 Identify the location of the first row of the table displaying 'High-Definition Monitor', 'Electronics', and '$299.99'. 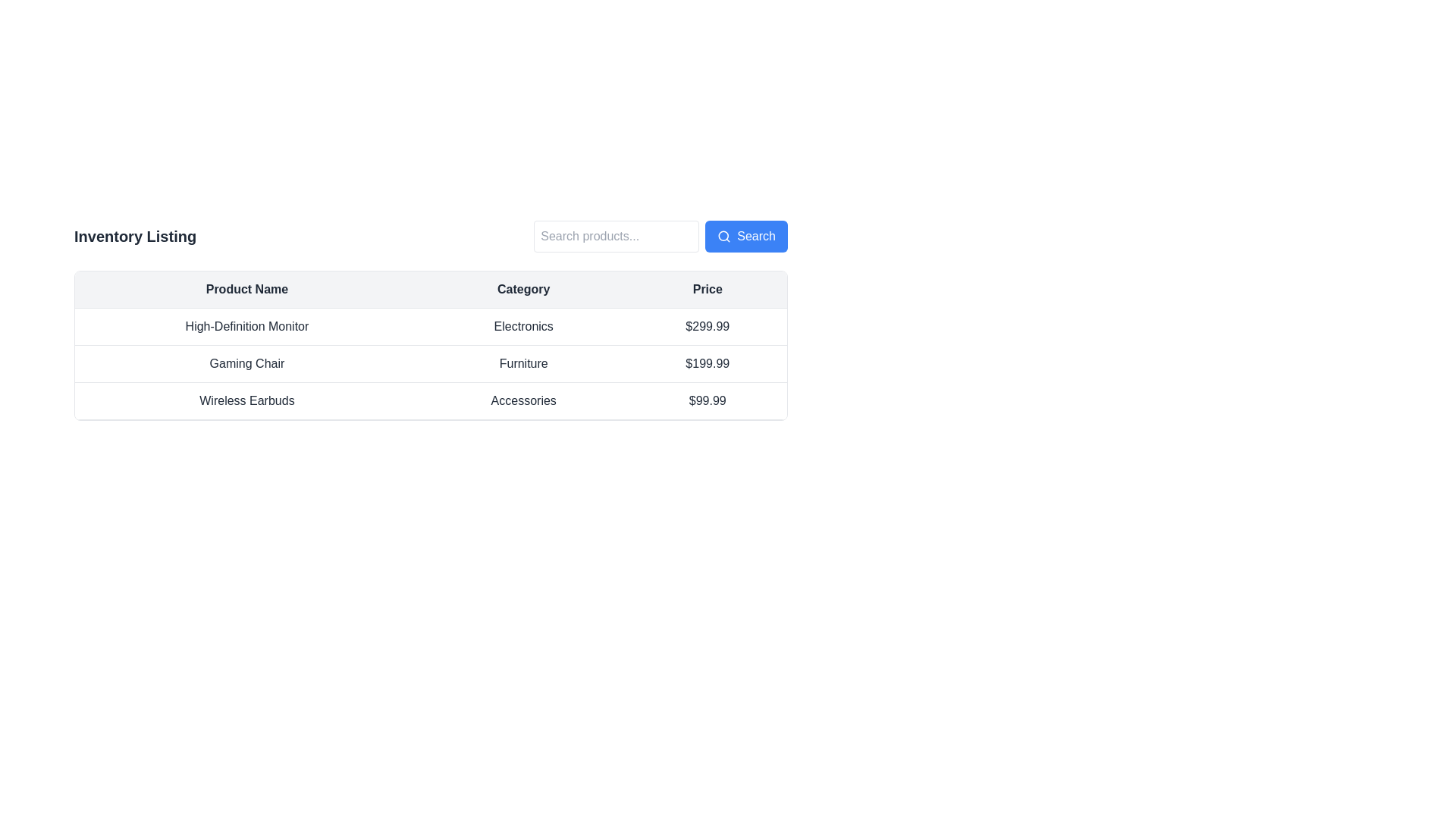
(430, 326).